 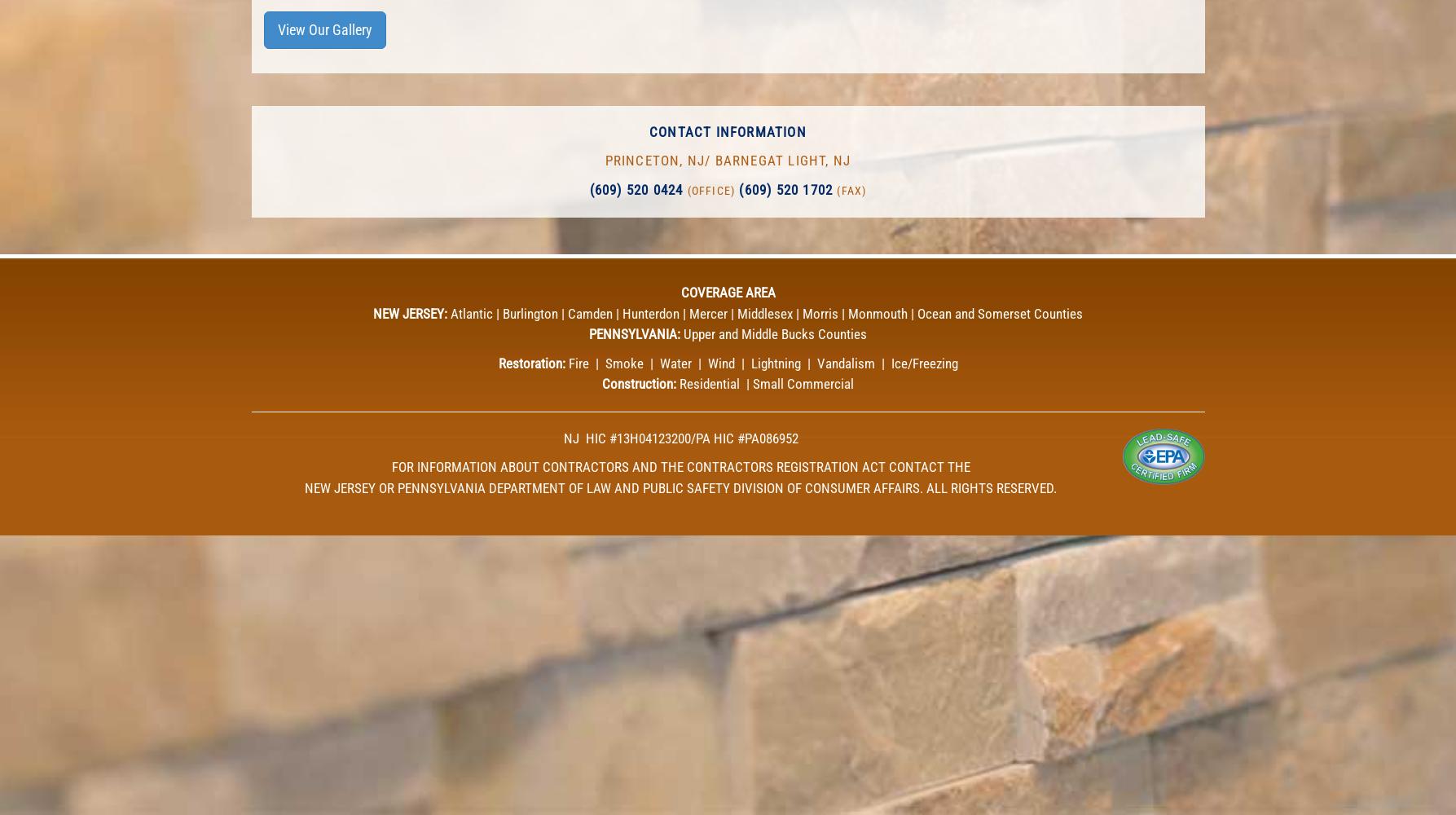 I want to click on 'Vandalism', so click(x=815, y=362).